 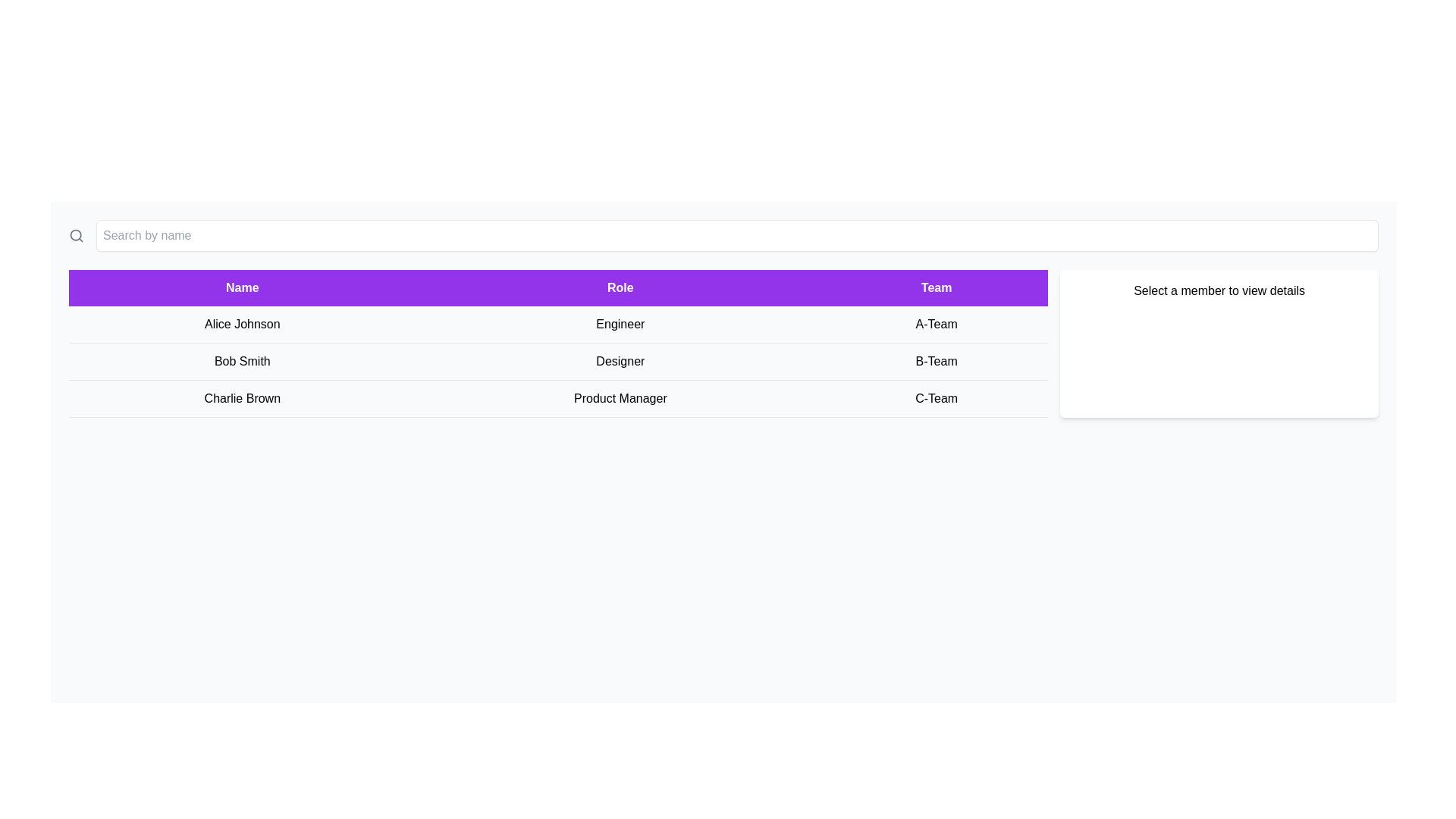 I want to click on the Static text label displaying 'Charlie Brown', which is styled with regular text formatting and located in the third row of a table beneath the 'Name' column header, so click(x=241, y=397).